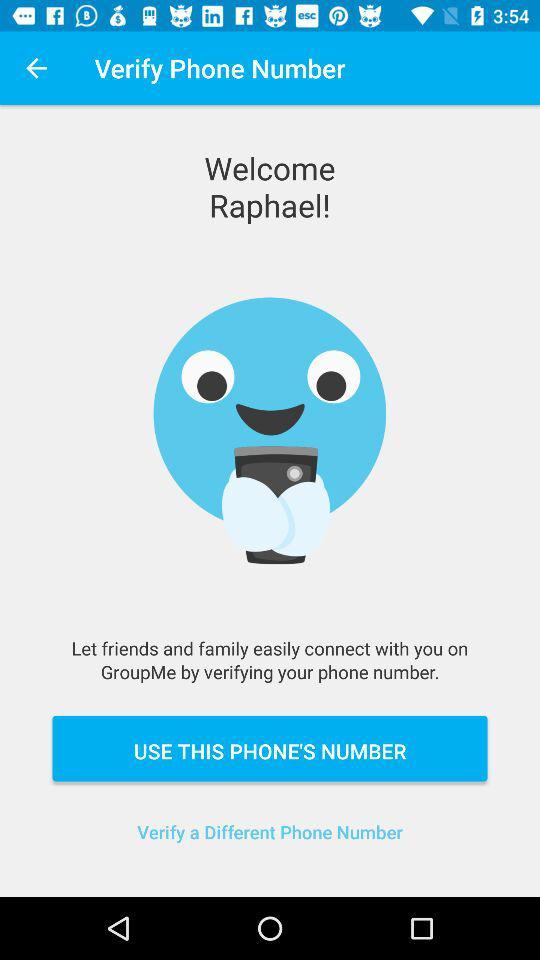 The image size is (540, 960). I want to click on icon below the use this phone item, so click(270, 843).